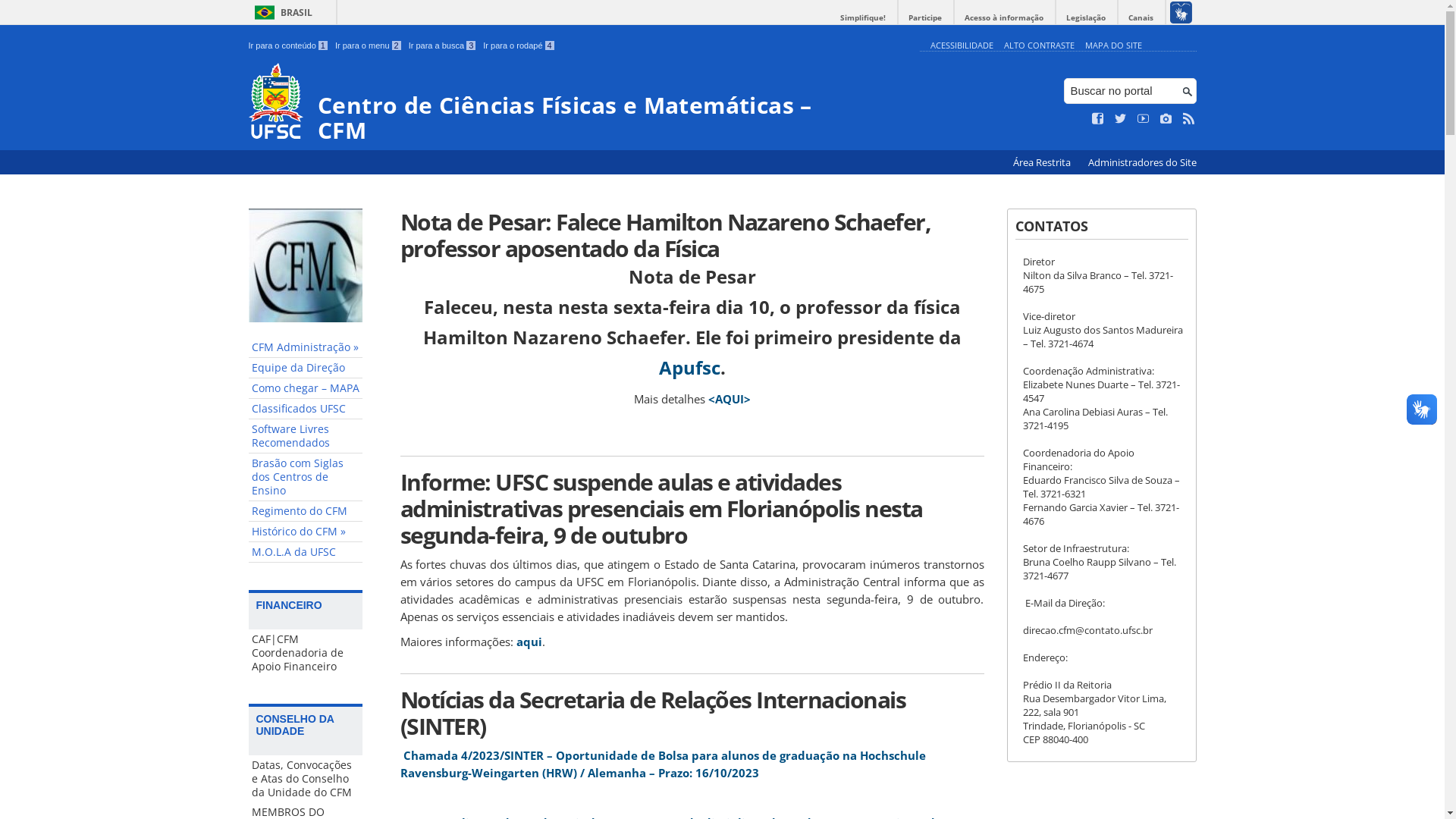  I want to click on 'Veja no Instagram', so click(1159, 118).